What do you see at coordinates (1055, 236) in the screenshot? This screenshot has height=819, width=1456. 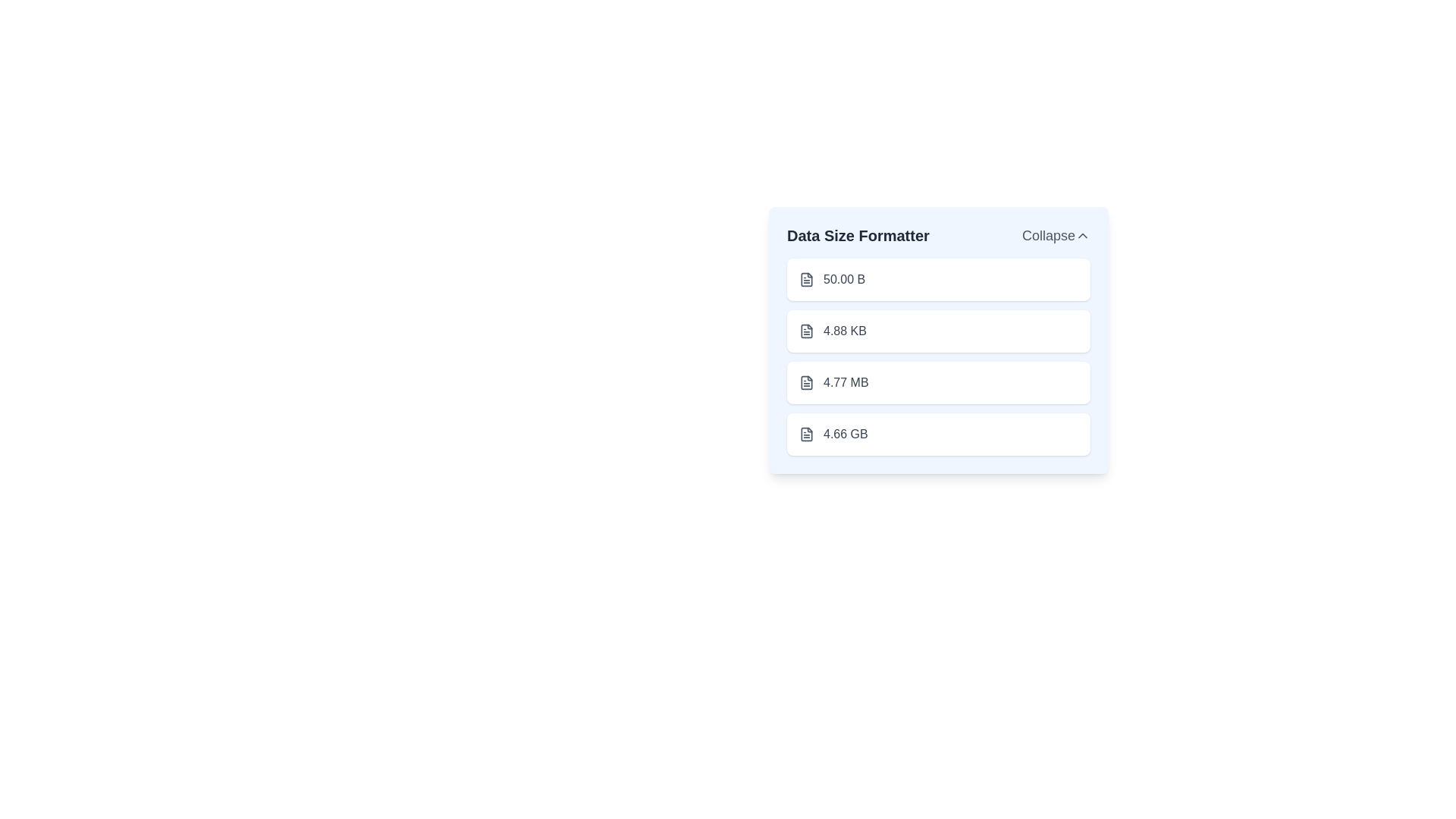 I see `the collapse button located at the upper-right section of the 'Data Size Formatter' box to minimize the associated content` at bounding box center [1055, 236].